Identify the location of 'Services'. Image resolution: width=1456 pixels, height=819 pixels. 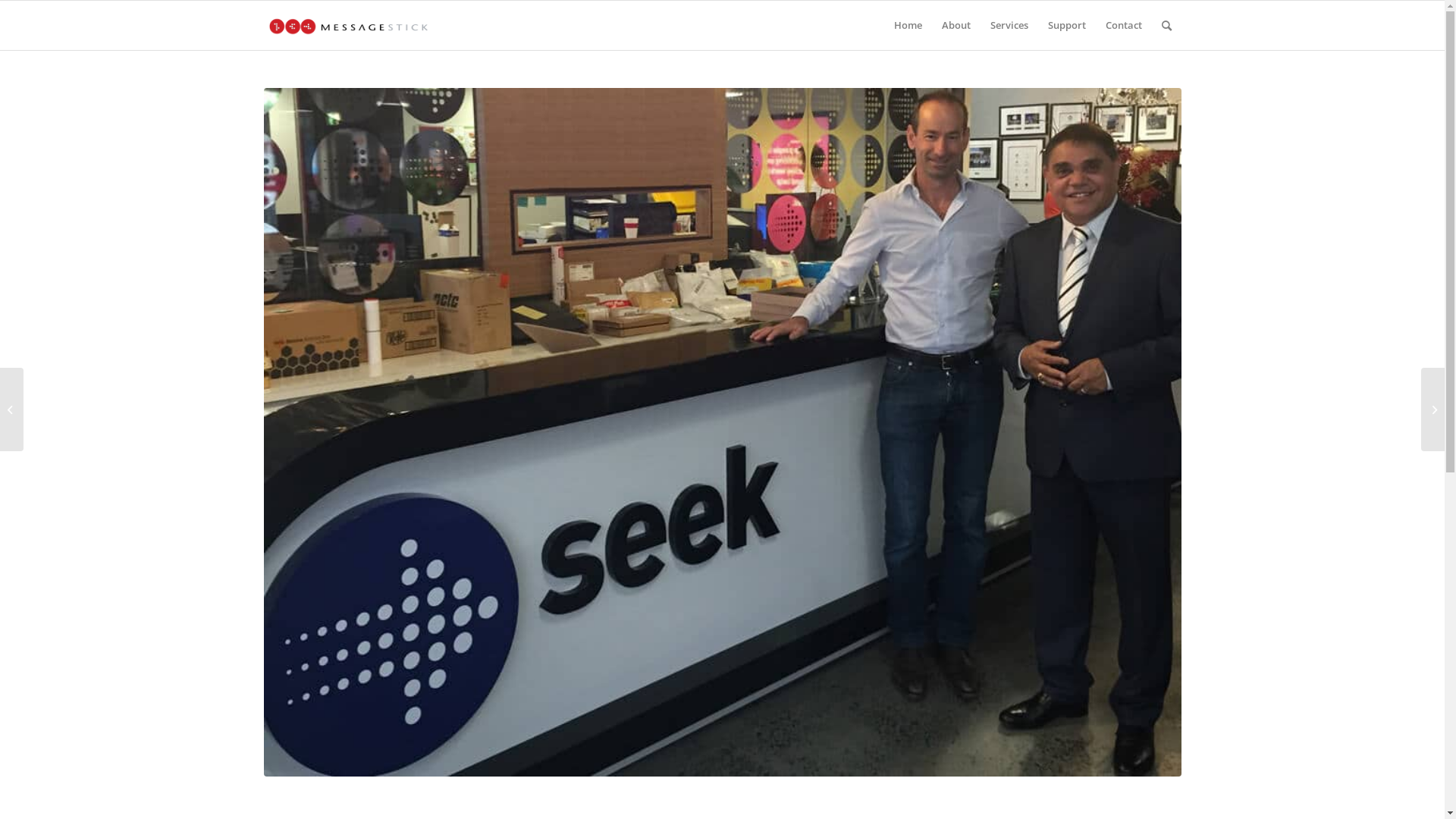
(1008, 25).